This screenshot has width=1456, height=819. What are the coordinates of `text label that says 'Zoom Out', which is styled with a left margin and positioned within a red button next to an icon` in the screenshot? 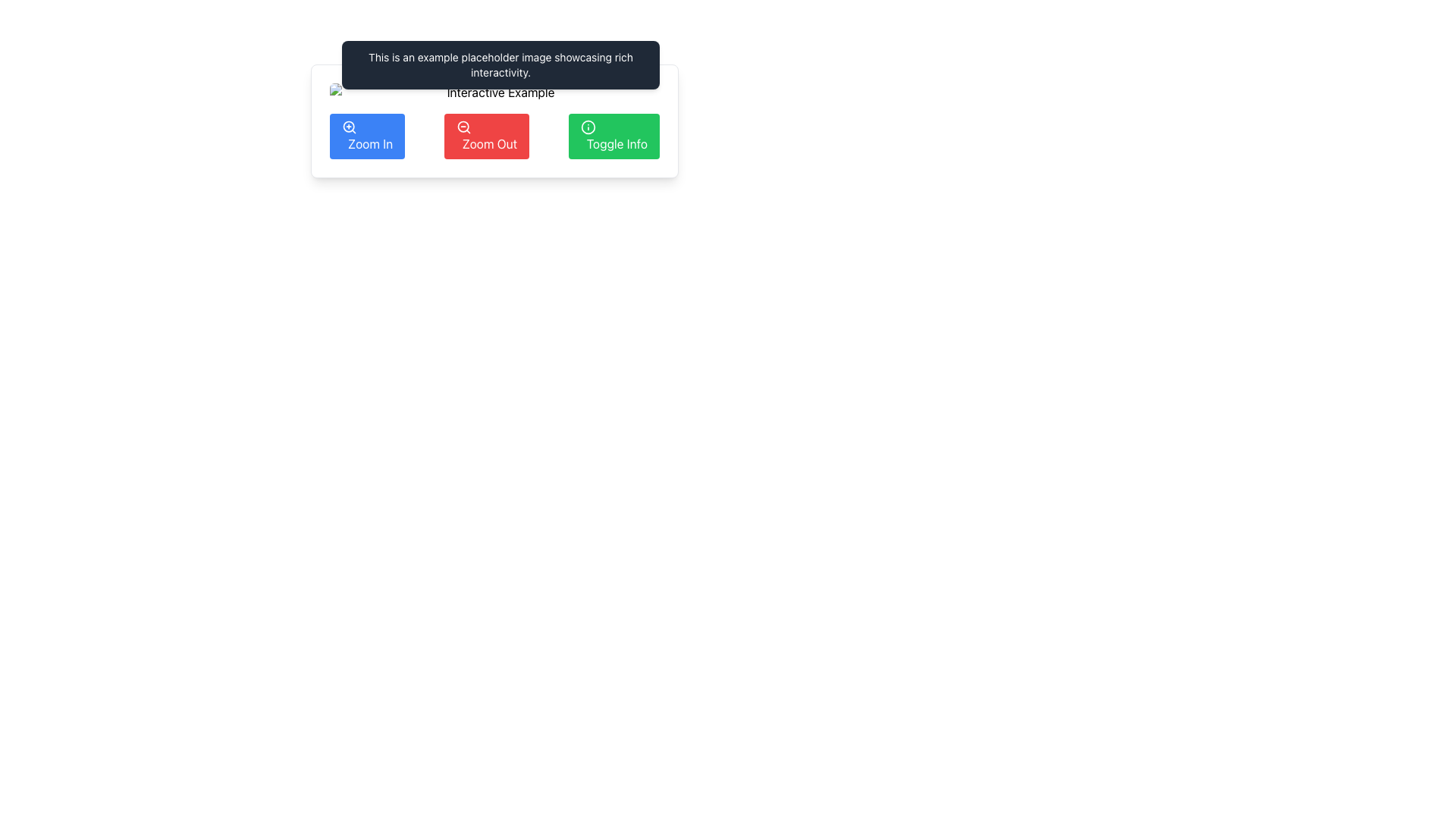 It's located at (489, 143).